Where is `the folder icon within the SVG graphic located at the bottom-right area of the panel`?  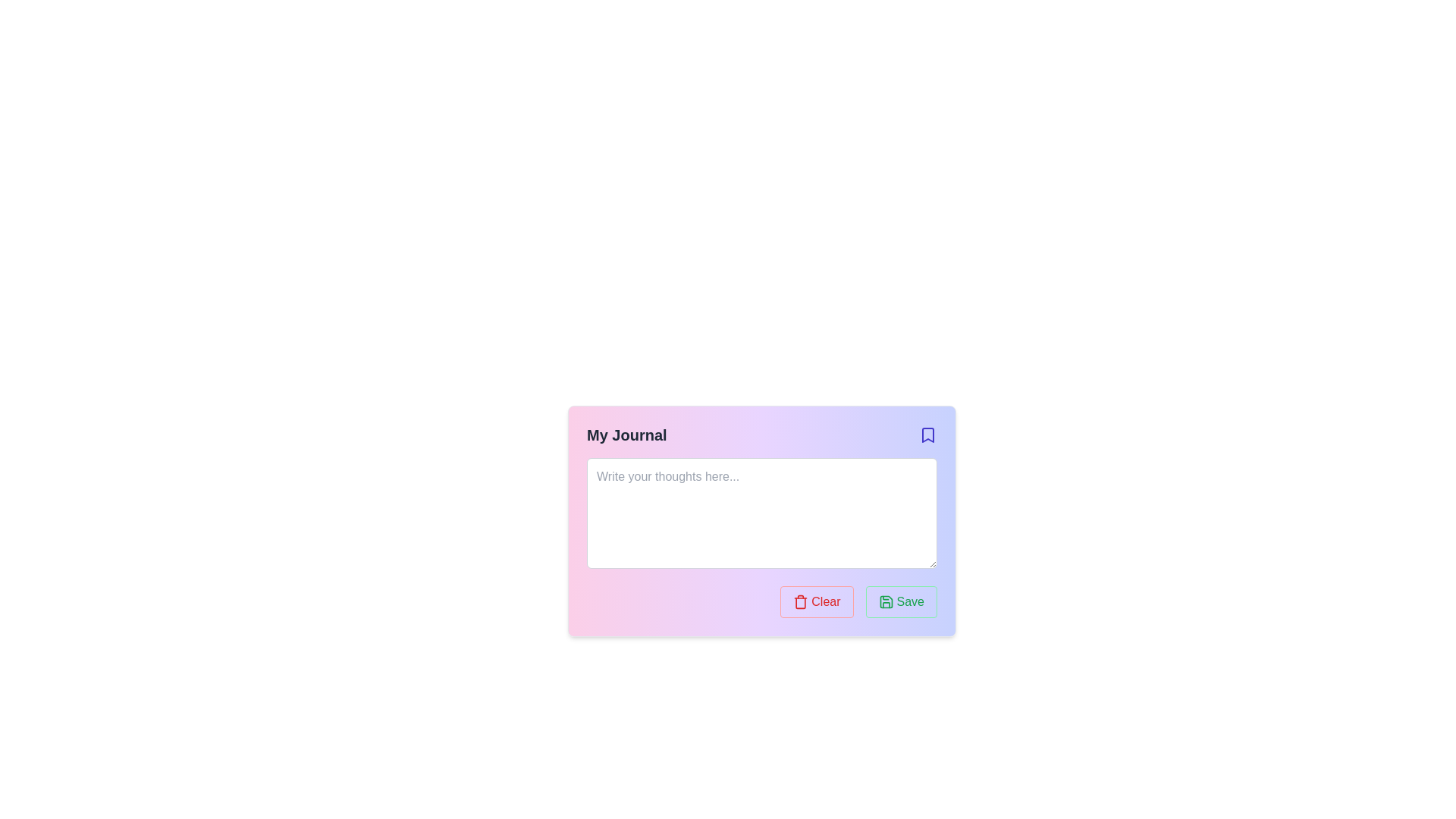 the folder icon within the SVG graphic located at the bottom-right area of the panel is located at coordinates (886, 601).